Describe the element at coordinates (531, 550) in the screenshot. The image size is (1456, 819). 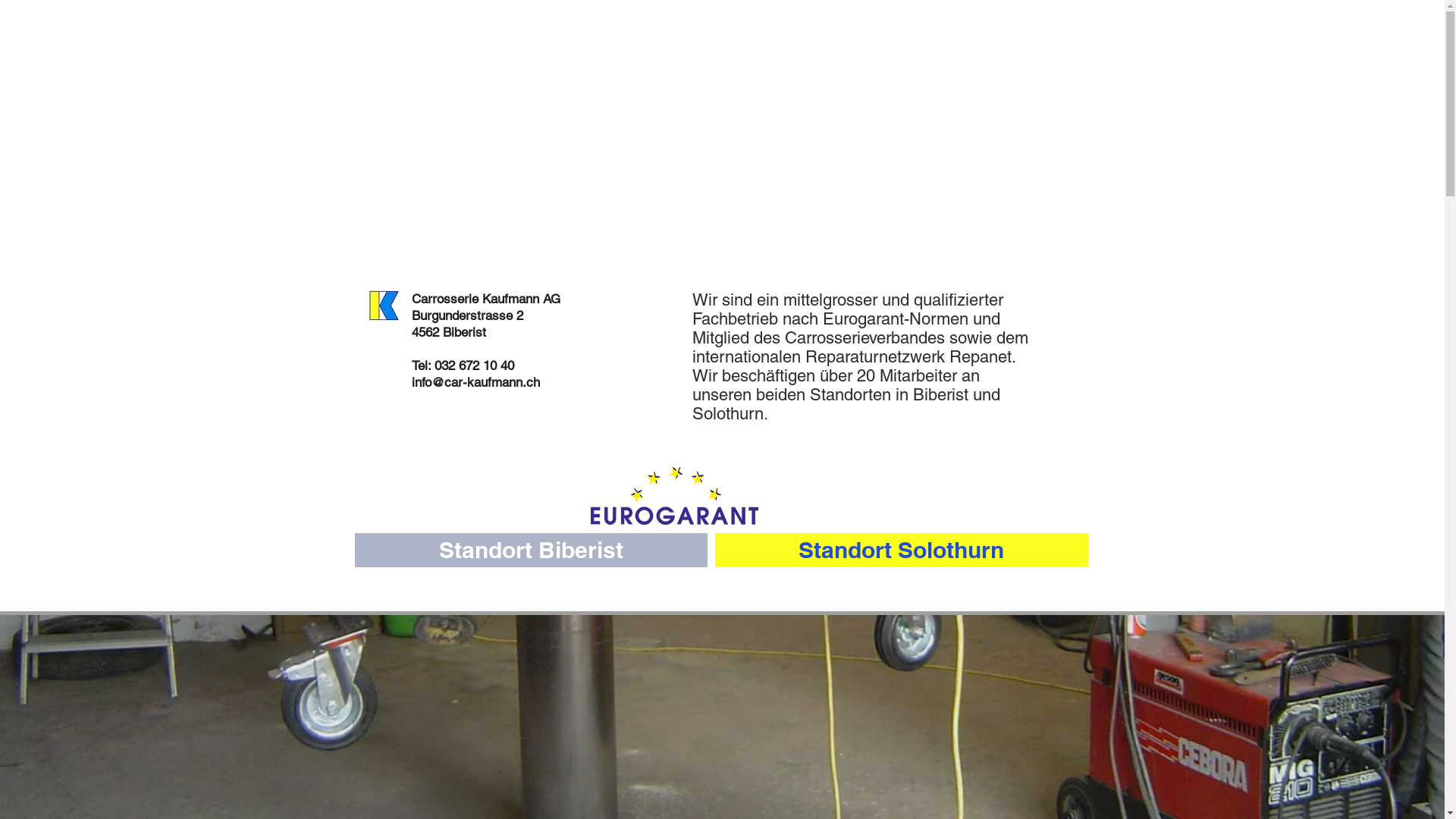
I see `'Standort Biberist'` at that location.